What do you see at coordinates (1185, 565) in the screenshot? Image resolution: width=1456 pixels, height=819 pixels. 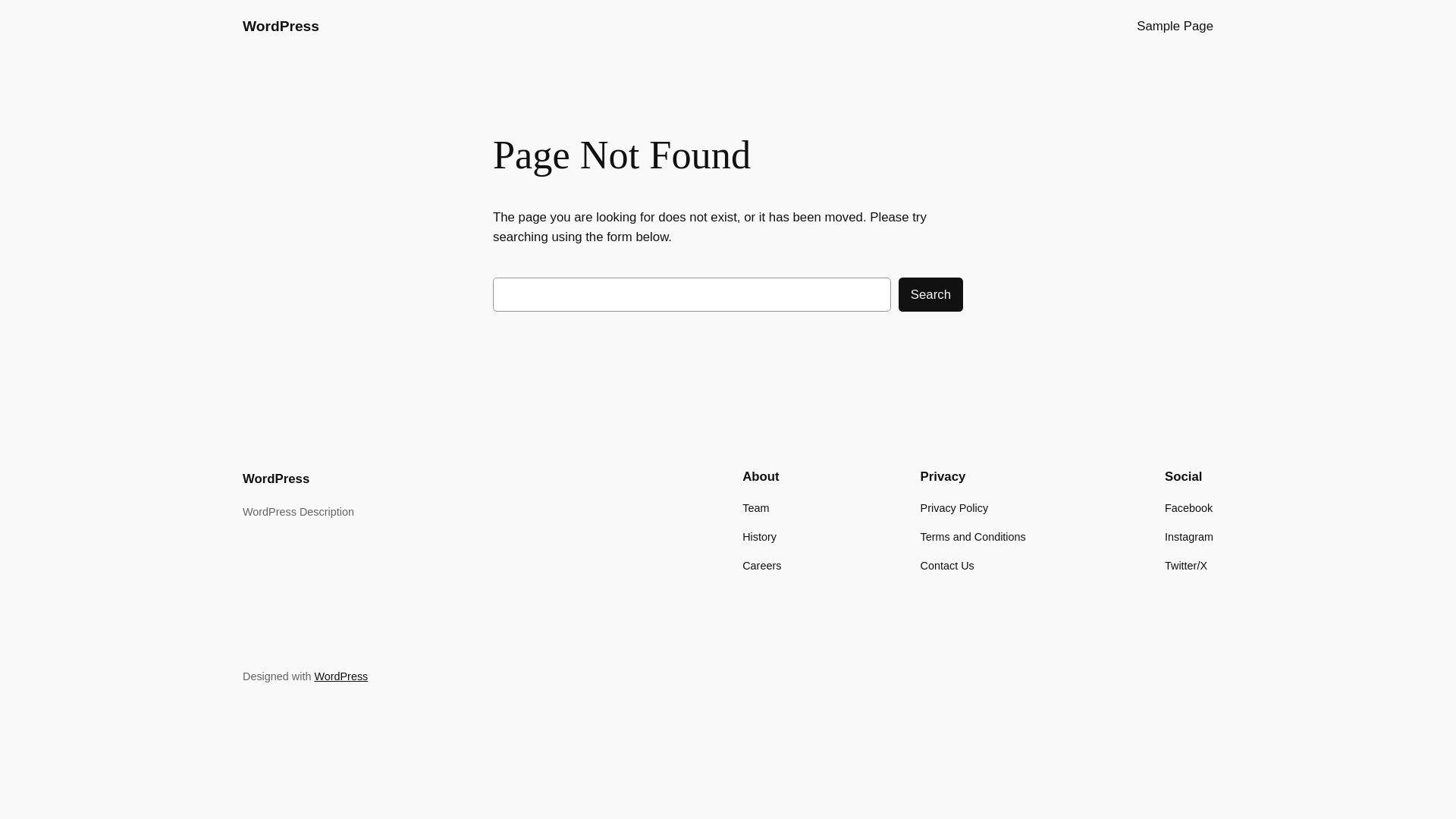 I see `'Twitter/X'` at bounding box center [1185, 565].